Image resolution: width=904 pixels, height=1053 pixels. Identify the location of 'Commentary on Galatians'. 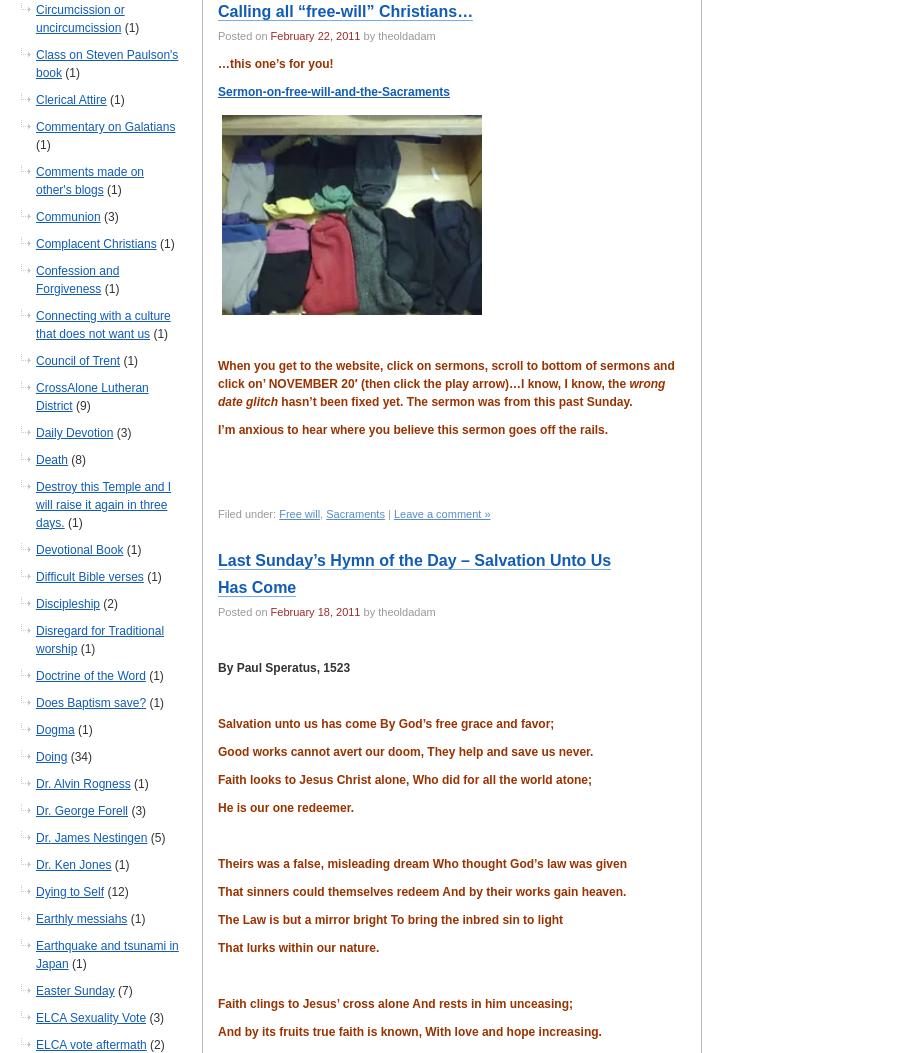
(105, 126).